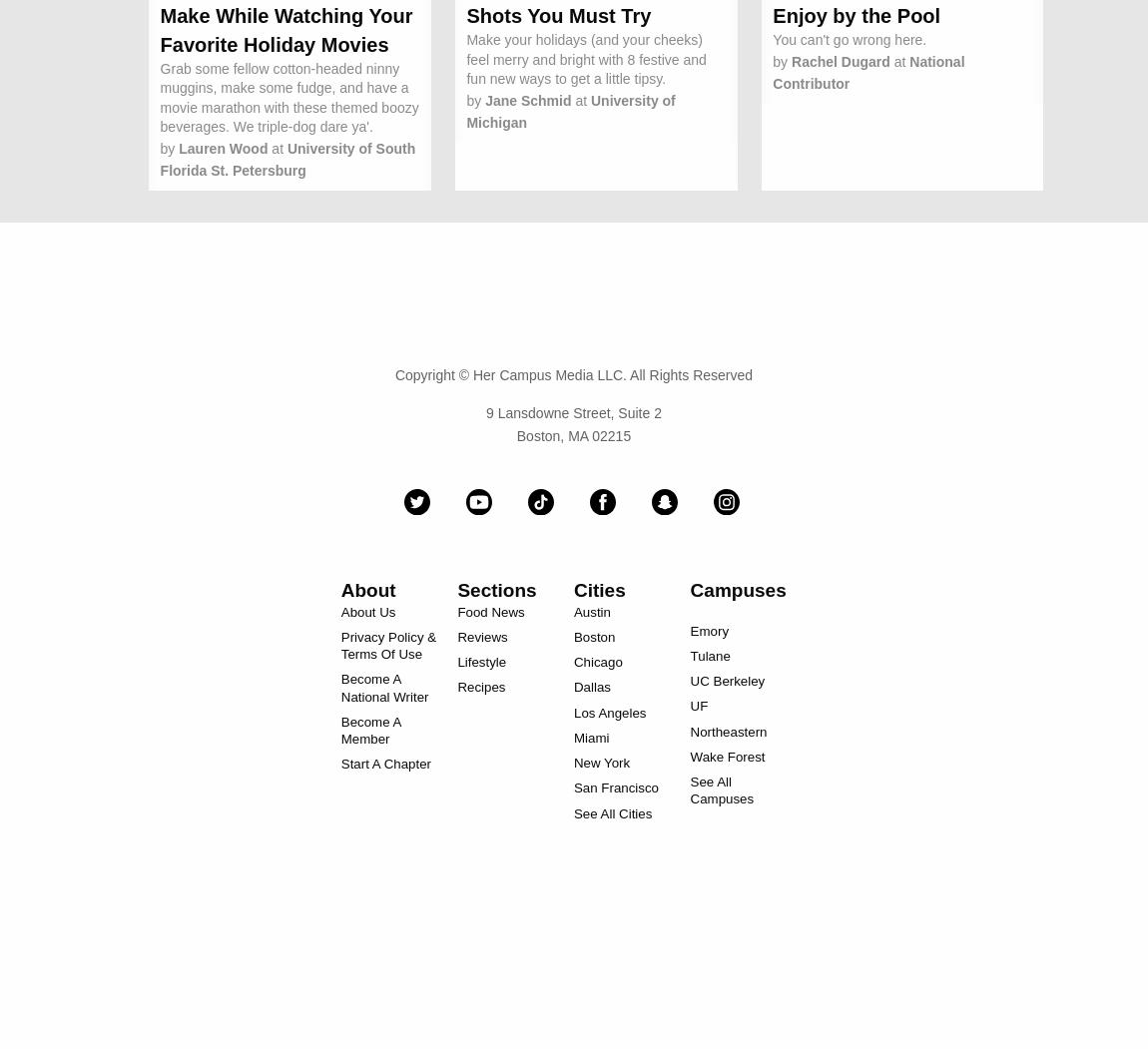  I want to click on 'Copyright ©', so click(433, 372).